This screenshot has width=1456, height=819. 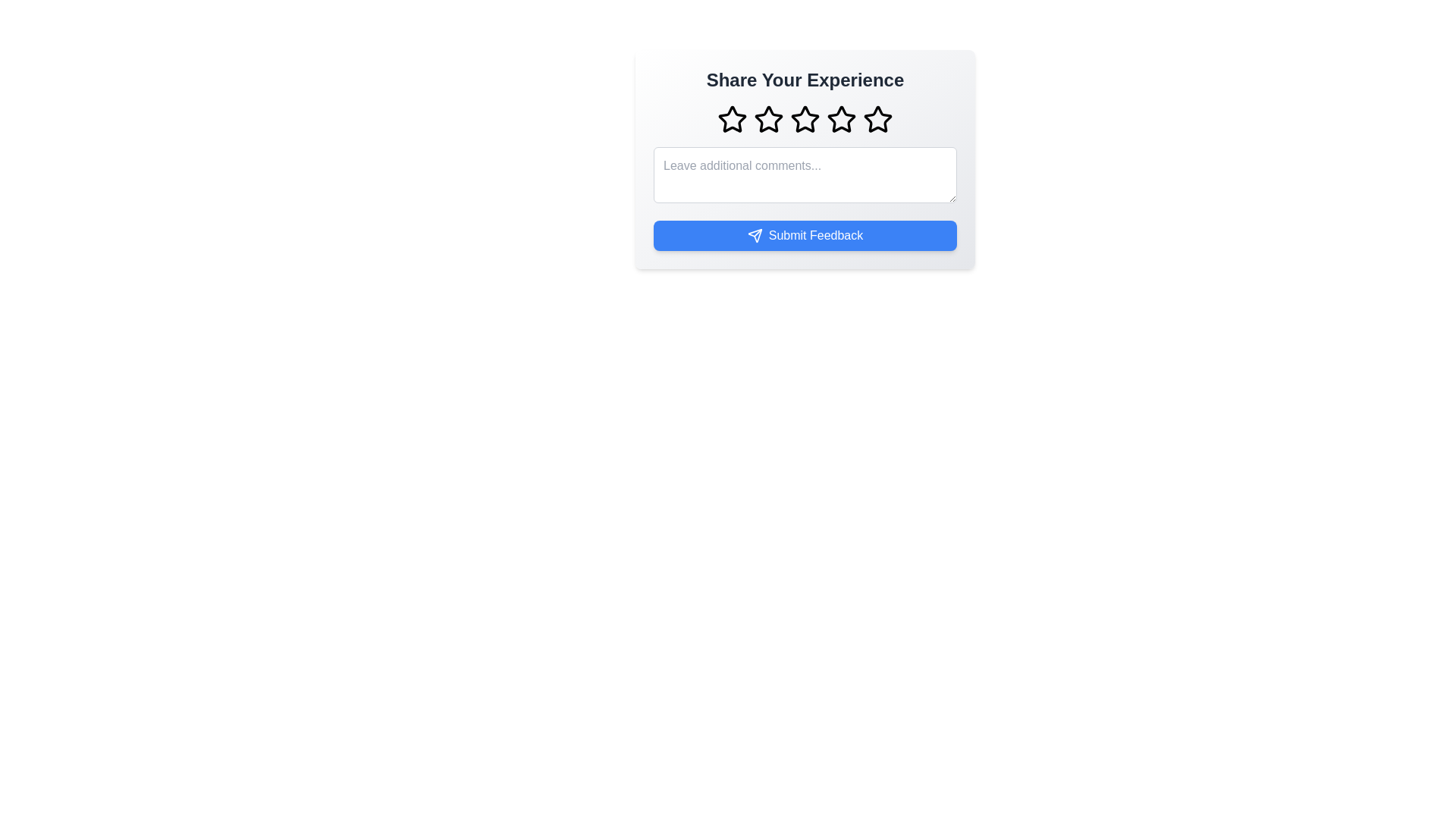 What do you see at coordinates (804, 118) in the screenshot?
I see `the third star icon in the five-star rating system` at bounding box center [804, 118].